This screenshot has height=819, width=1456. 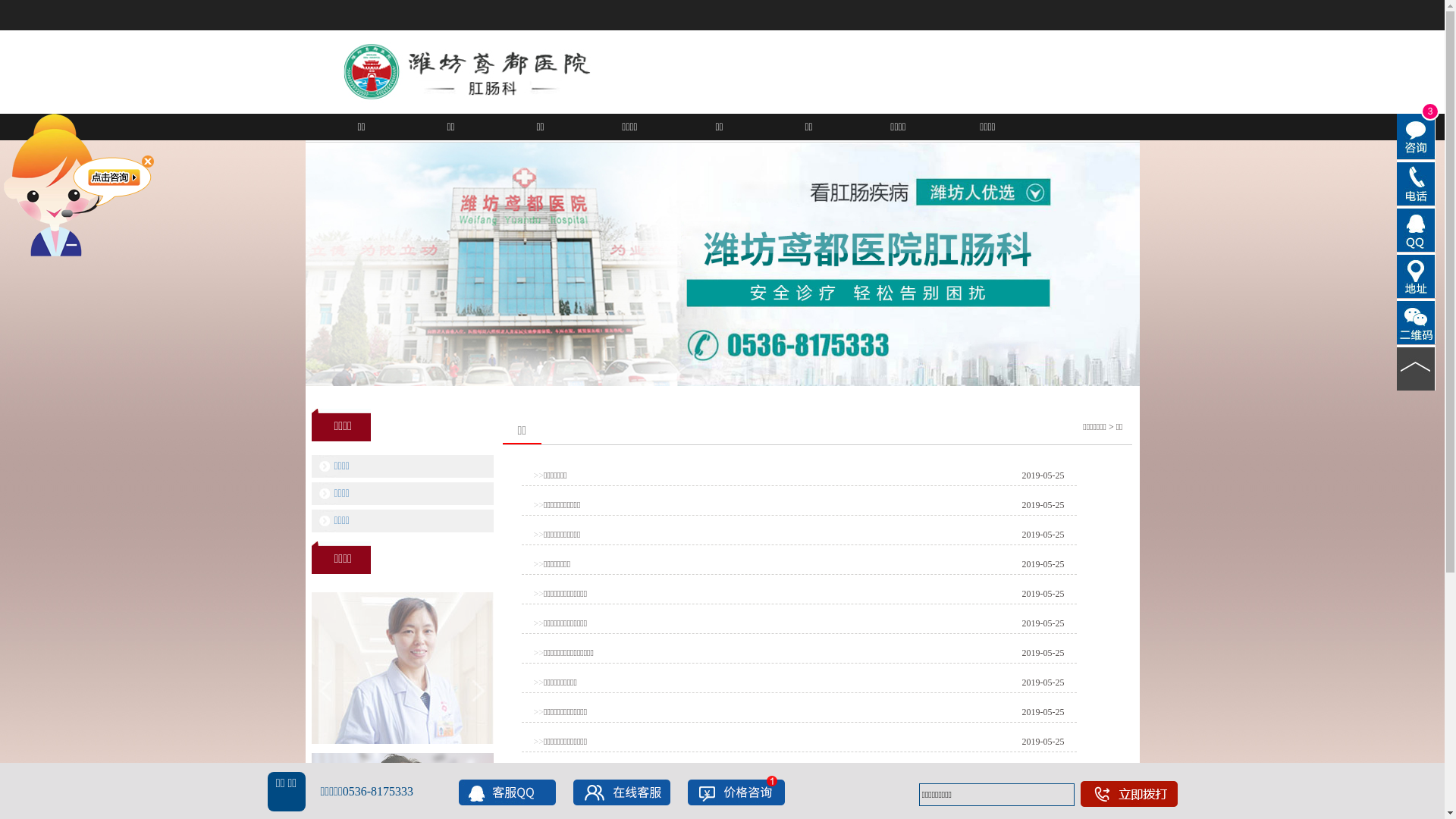 I want to click on '3', so click(x=1415, y=136).